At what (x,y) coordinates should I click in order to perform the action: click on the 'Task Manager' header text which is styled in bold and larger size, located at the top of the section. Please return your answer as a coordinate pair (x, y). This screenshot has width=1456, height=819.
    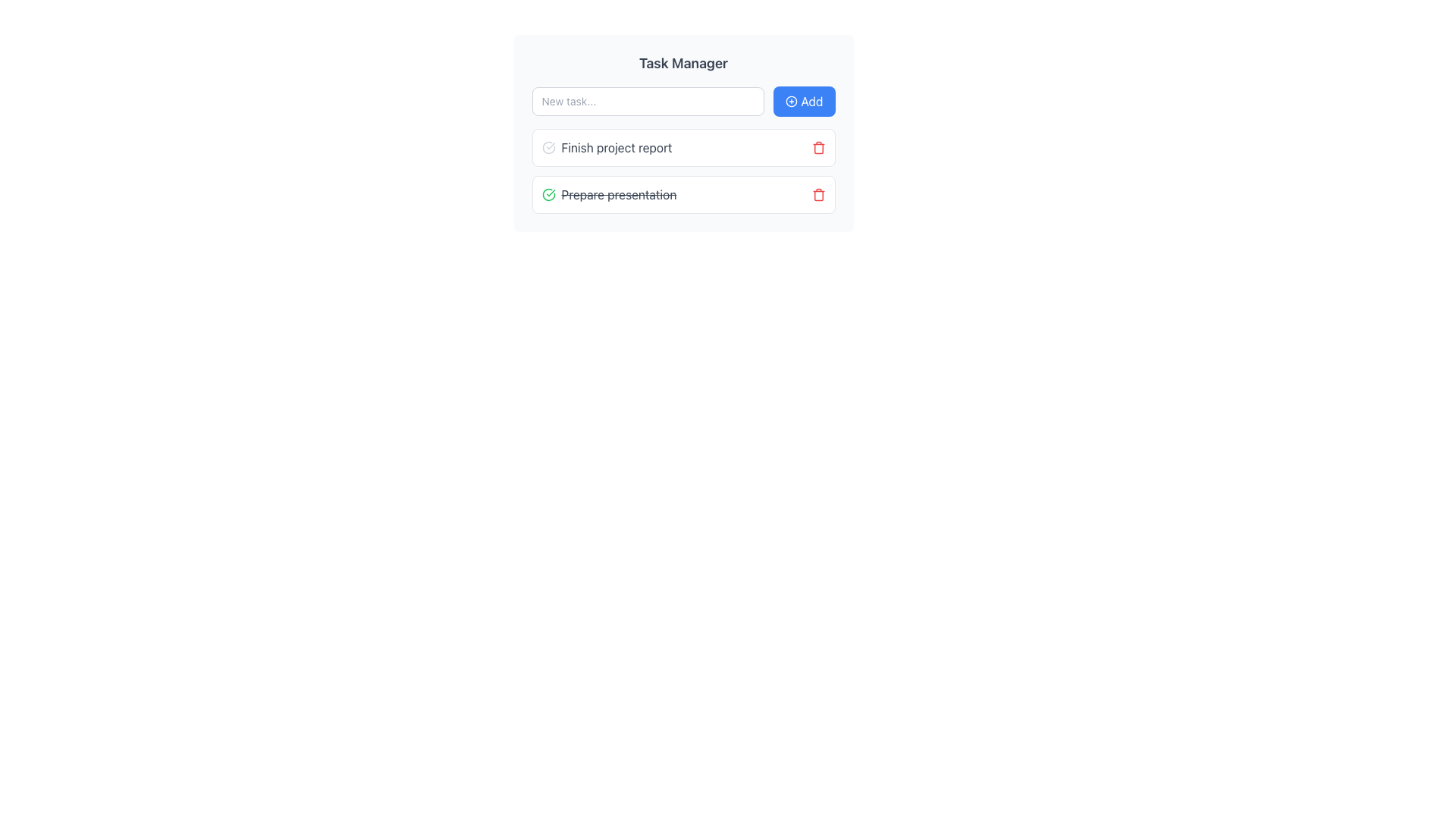
    Looking at the image, I should click on (682, 63).